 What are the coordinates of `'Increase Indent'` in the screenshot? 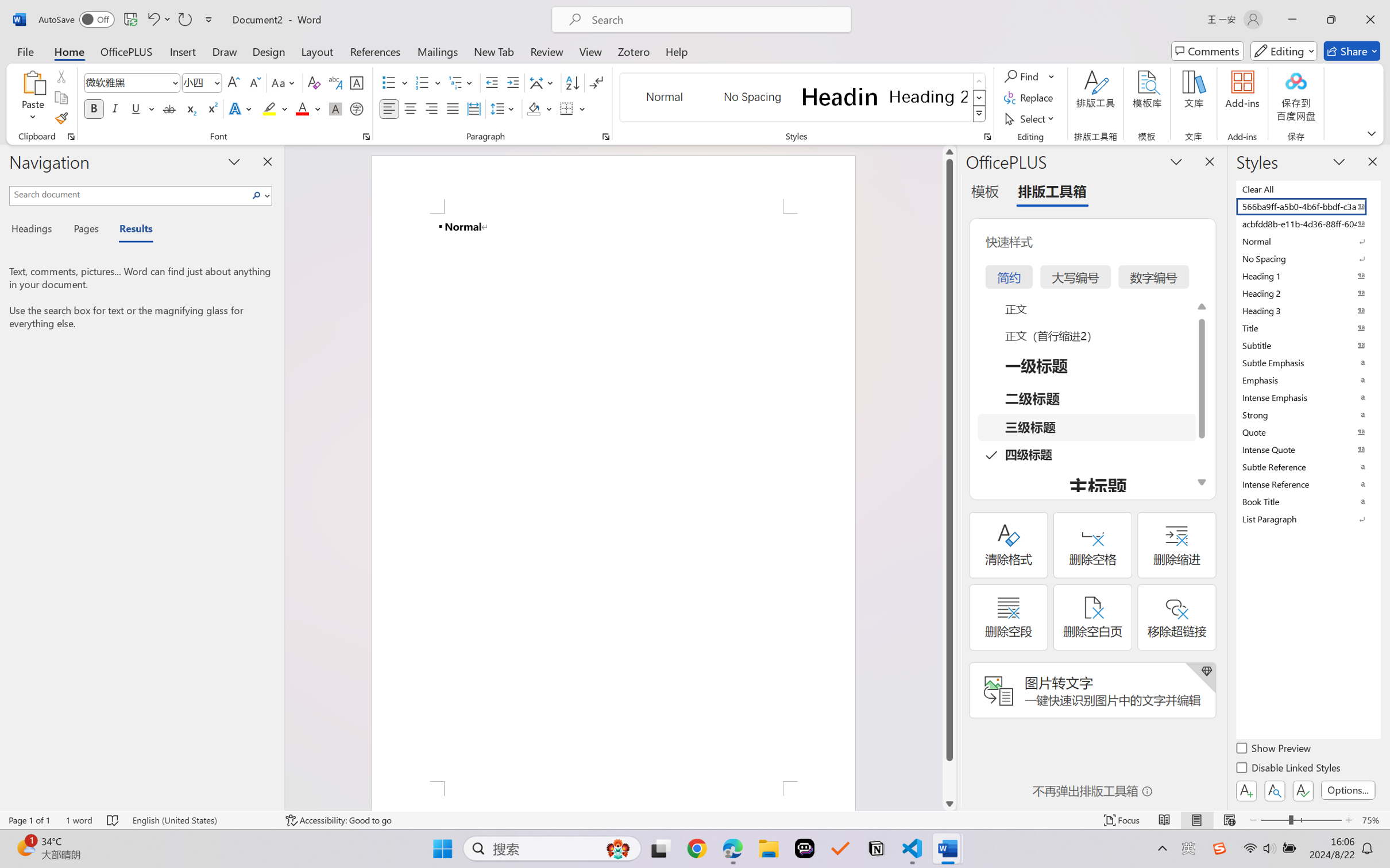 It's located at (512, 83).